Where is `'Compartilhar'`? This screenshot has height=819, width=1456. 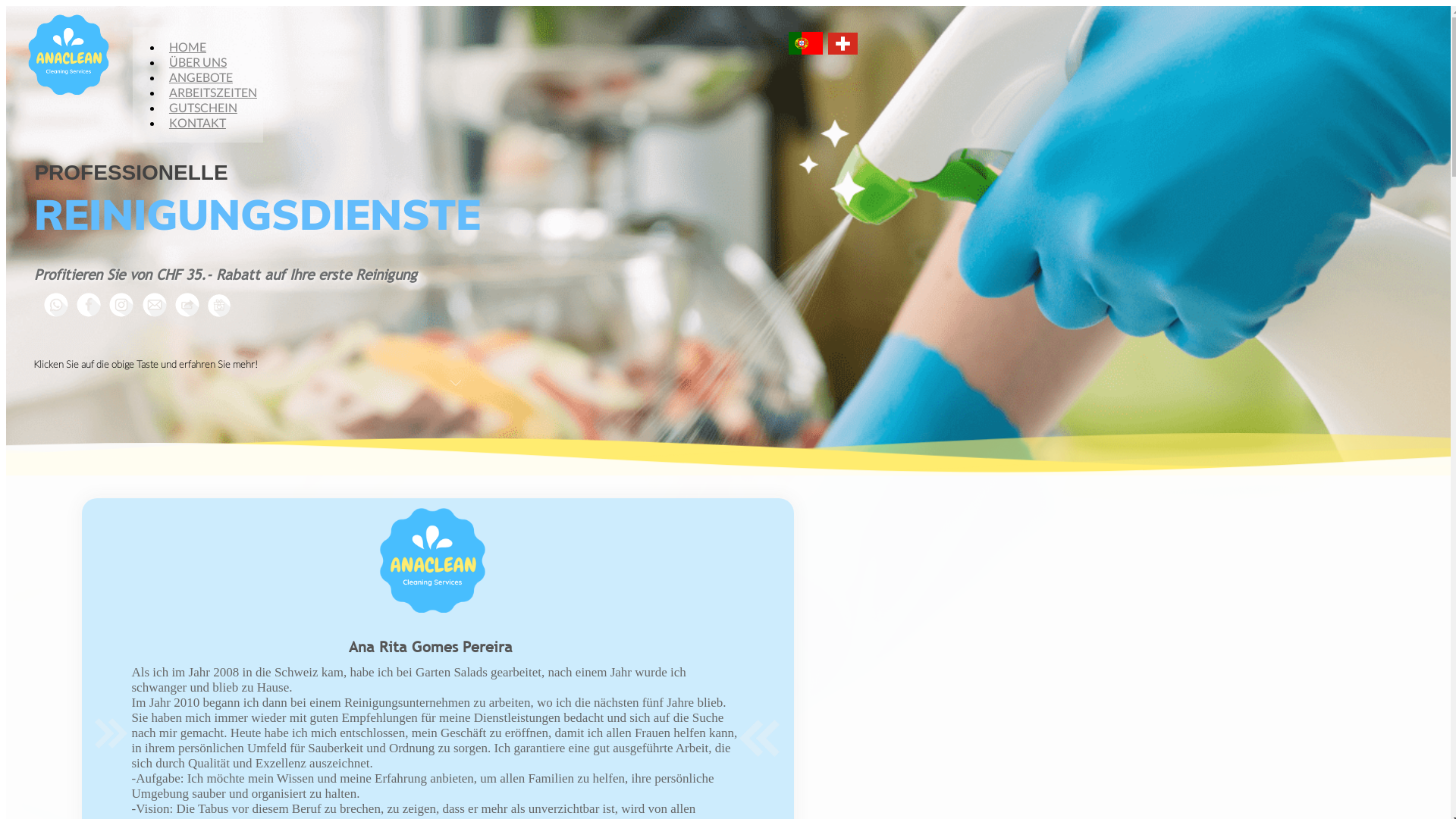 'Compartilhar' is located at coordinates (168, 304).